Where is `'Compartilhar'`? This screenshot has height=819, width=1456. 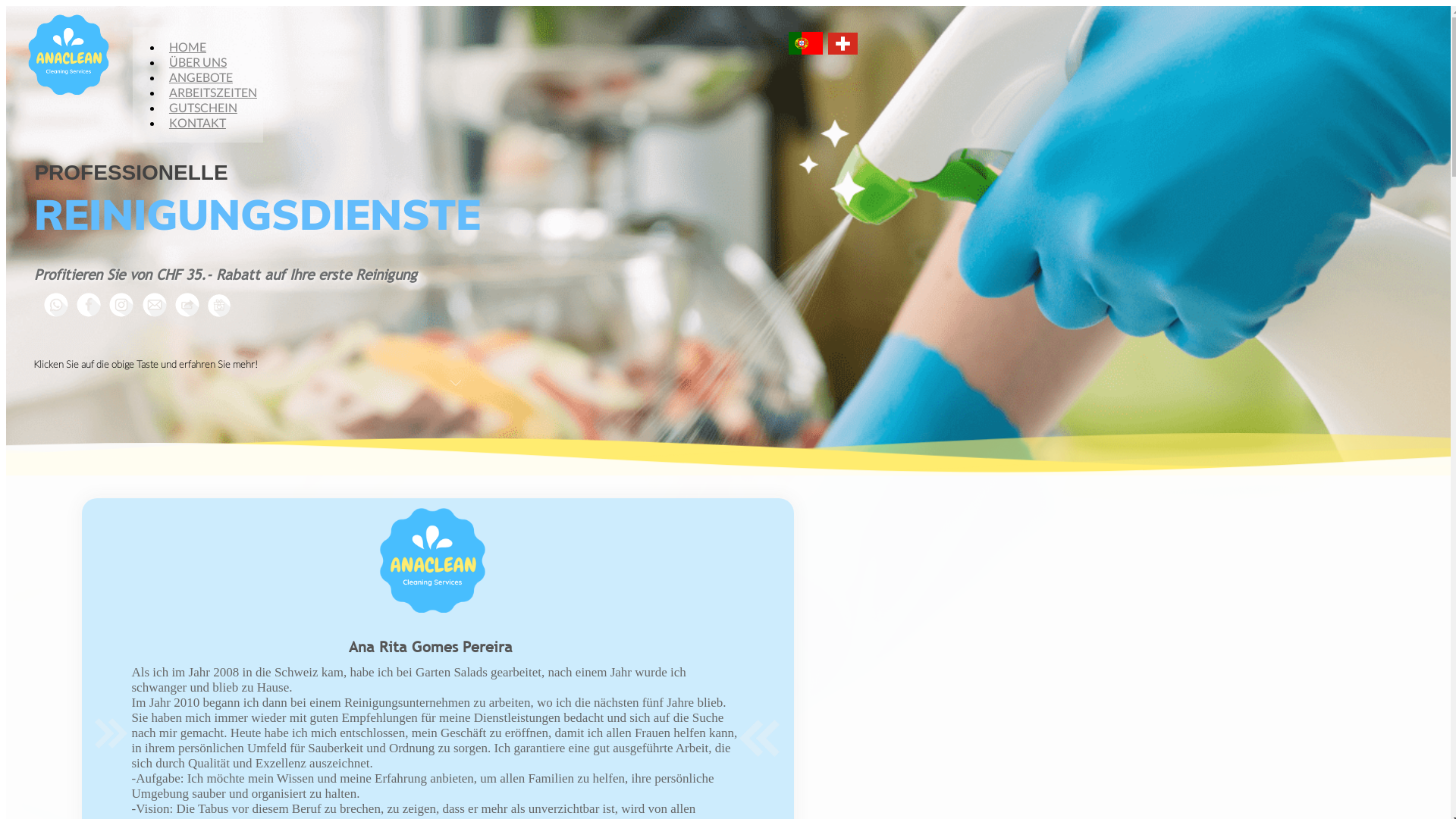 'Compartilhar' is located at coordinates (168, 304).